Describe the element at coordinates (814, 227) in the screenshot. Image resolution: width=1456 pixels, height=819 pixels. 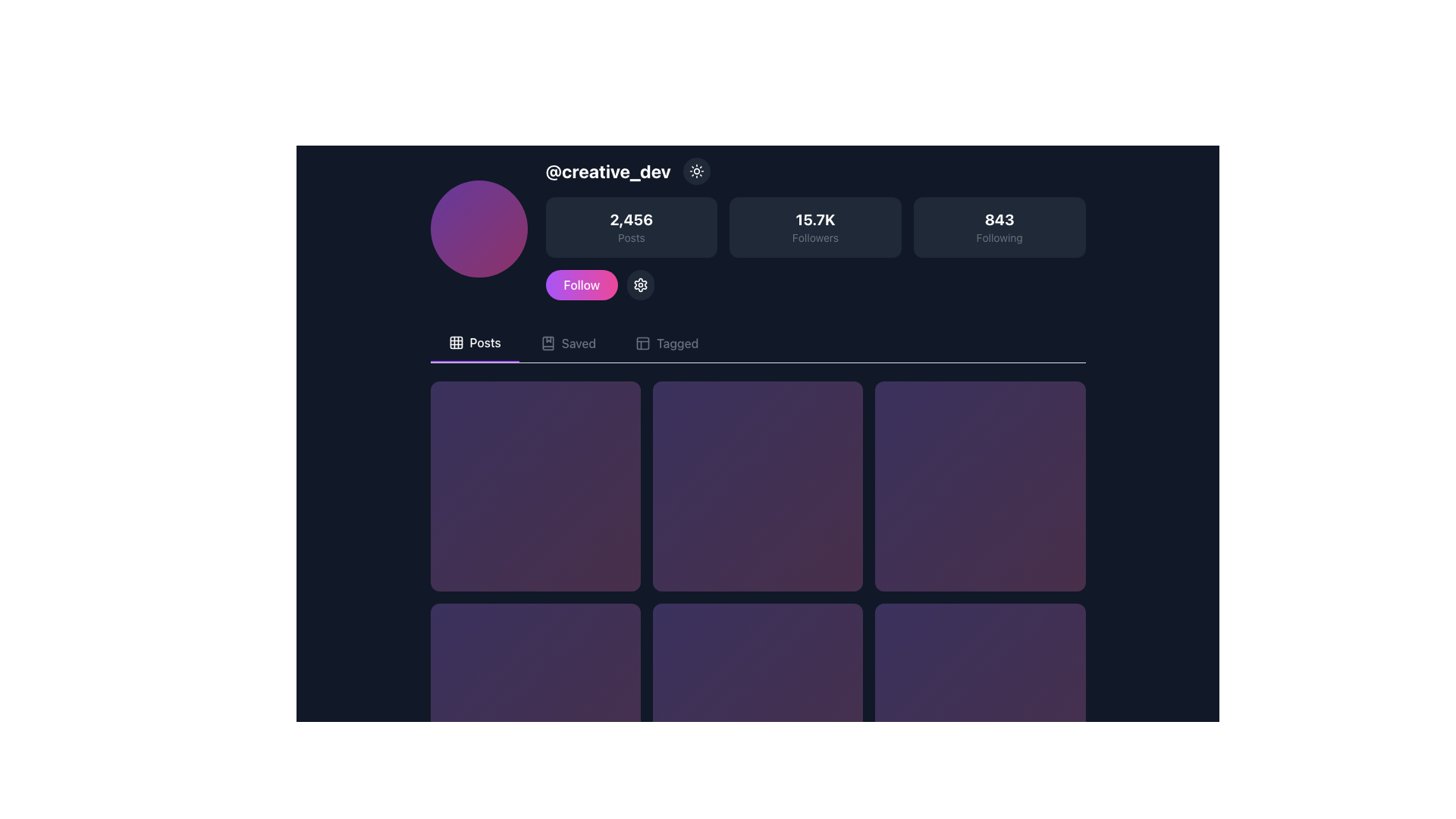
I see `the Text block that displays the follower count, which is centrally located in the second column of a horizontally aligned grid, positioned between '2,456 Posts' on the left and '843 Following' on the right` at that location.